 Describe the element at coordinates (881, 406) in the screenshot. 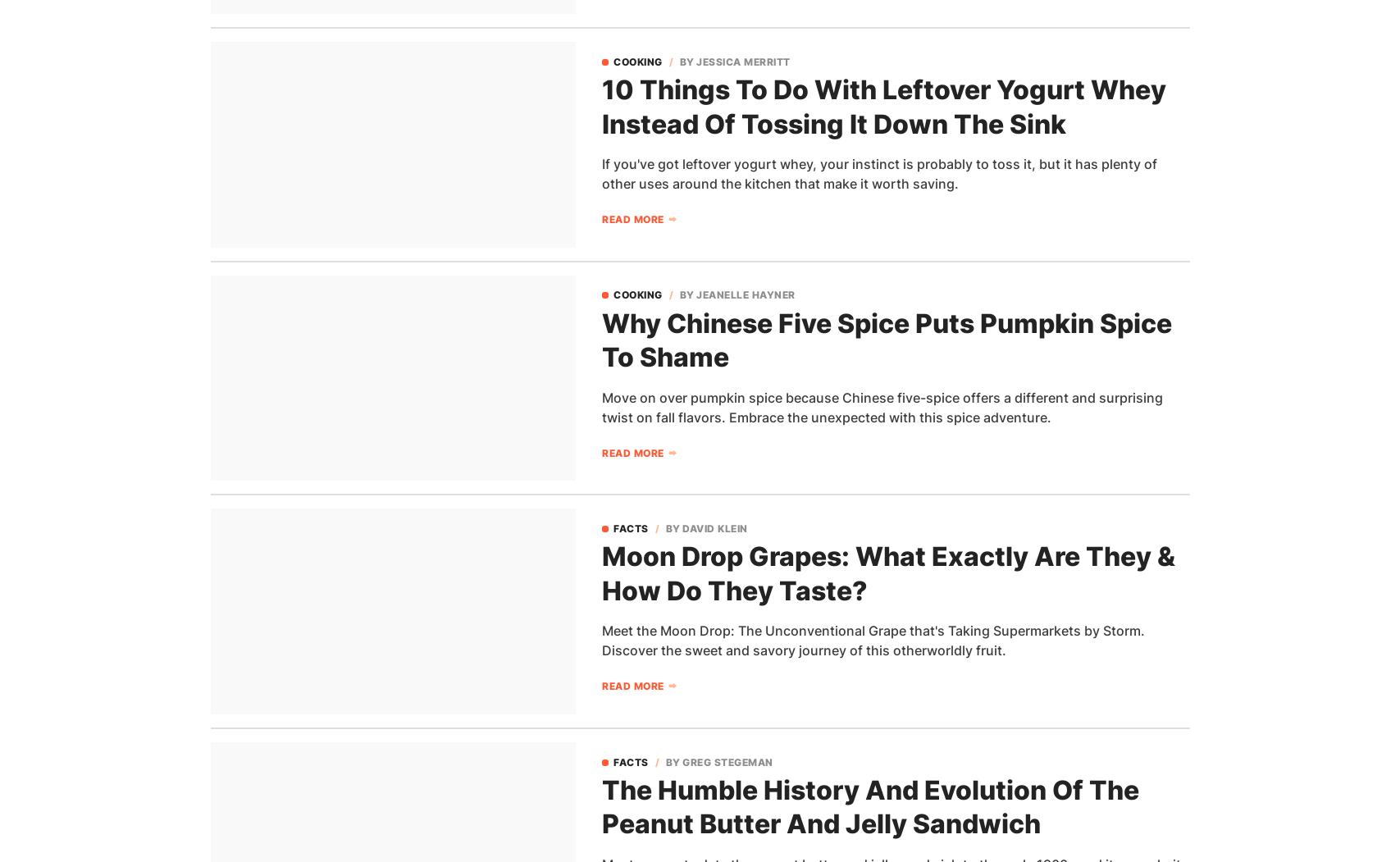

I see `'Move on over pumpkin spice because Chinese five-spice offers a different and surprising twist on fall flavors. Embrace the unexpected with this spice adventure.'` at that location.